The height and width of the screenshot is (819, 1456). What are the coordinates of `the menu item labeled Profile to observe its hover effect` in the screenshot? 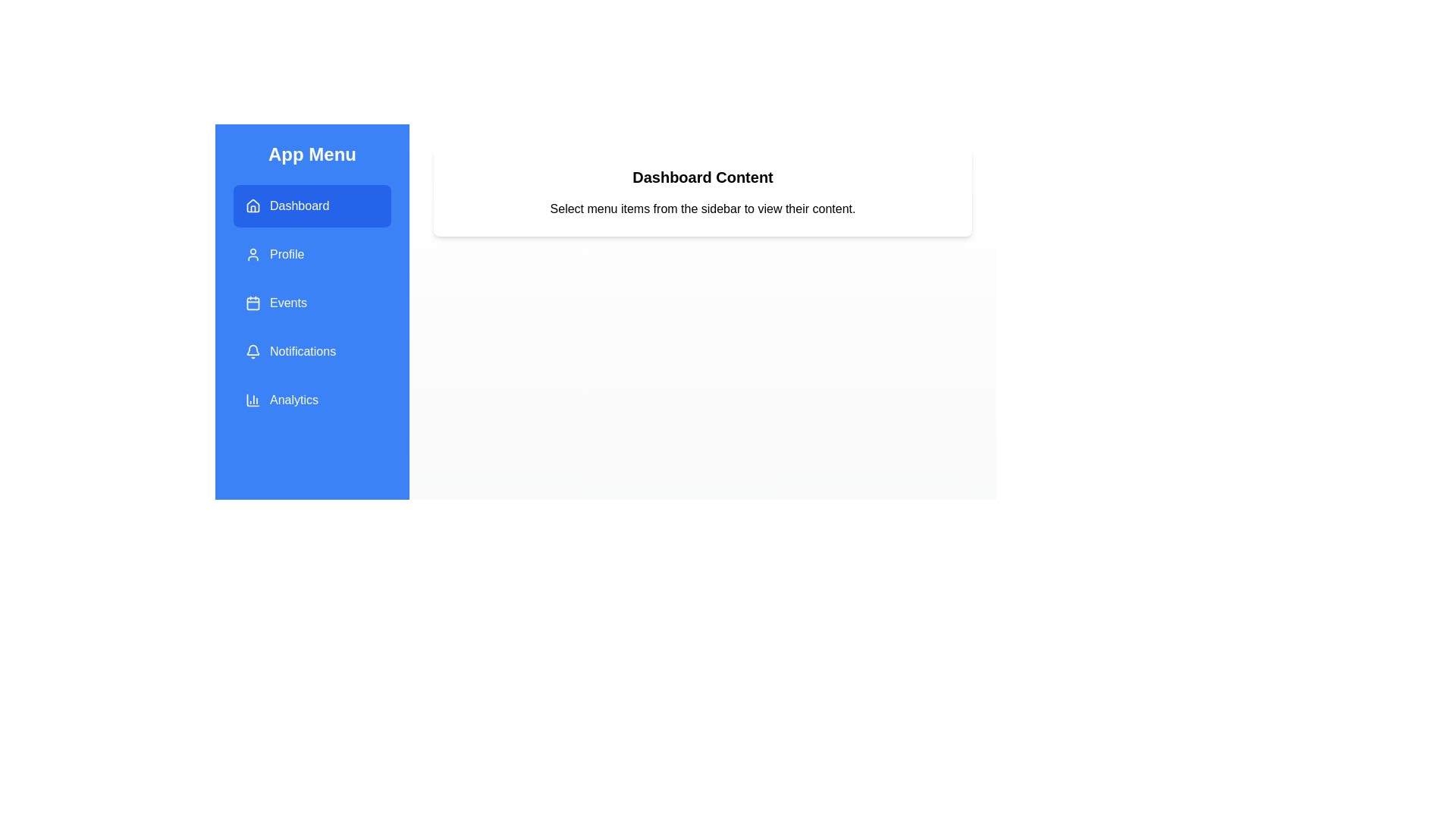 It's located at (312, 253).